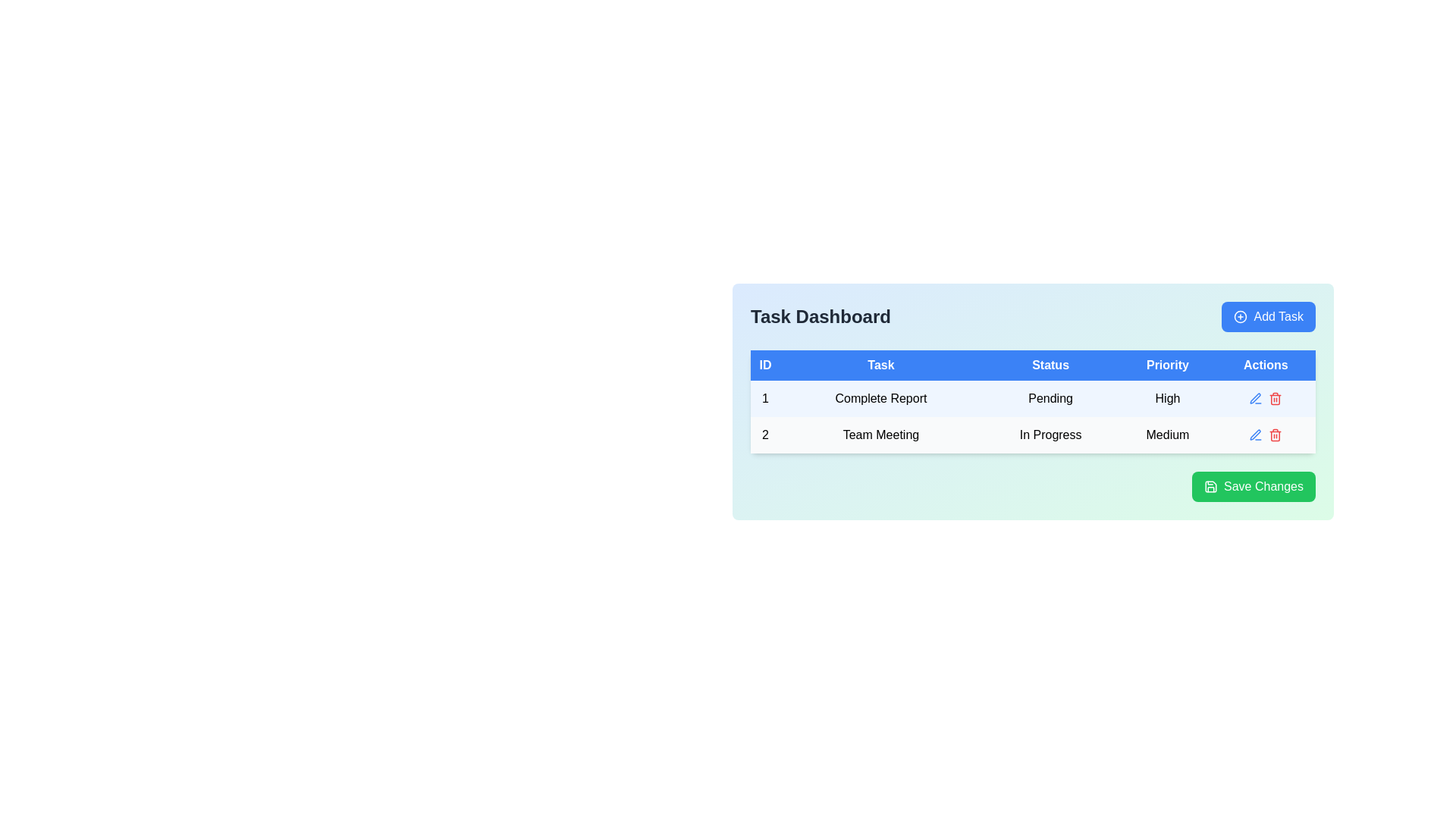 This screenshot has width=1456, height=819. Describe the element at coordinates (1275, 397) in the screenshot. I see `the red trash icon button located under the 'Actions' column in the second row of the Task Dashboard table, which represents the delete functionality for a task` at that location.